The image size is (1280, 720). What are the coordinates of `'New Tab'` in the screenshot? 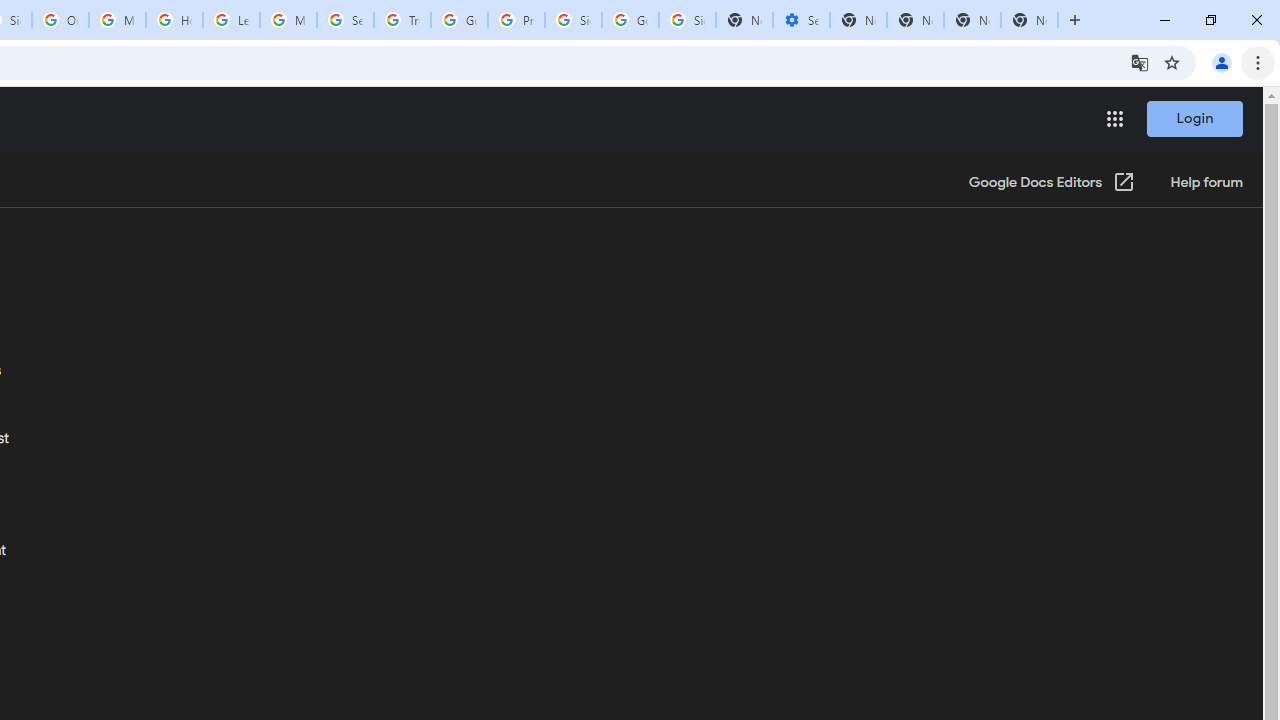 It's located at (1029, 20).